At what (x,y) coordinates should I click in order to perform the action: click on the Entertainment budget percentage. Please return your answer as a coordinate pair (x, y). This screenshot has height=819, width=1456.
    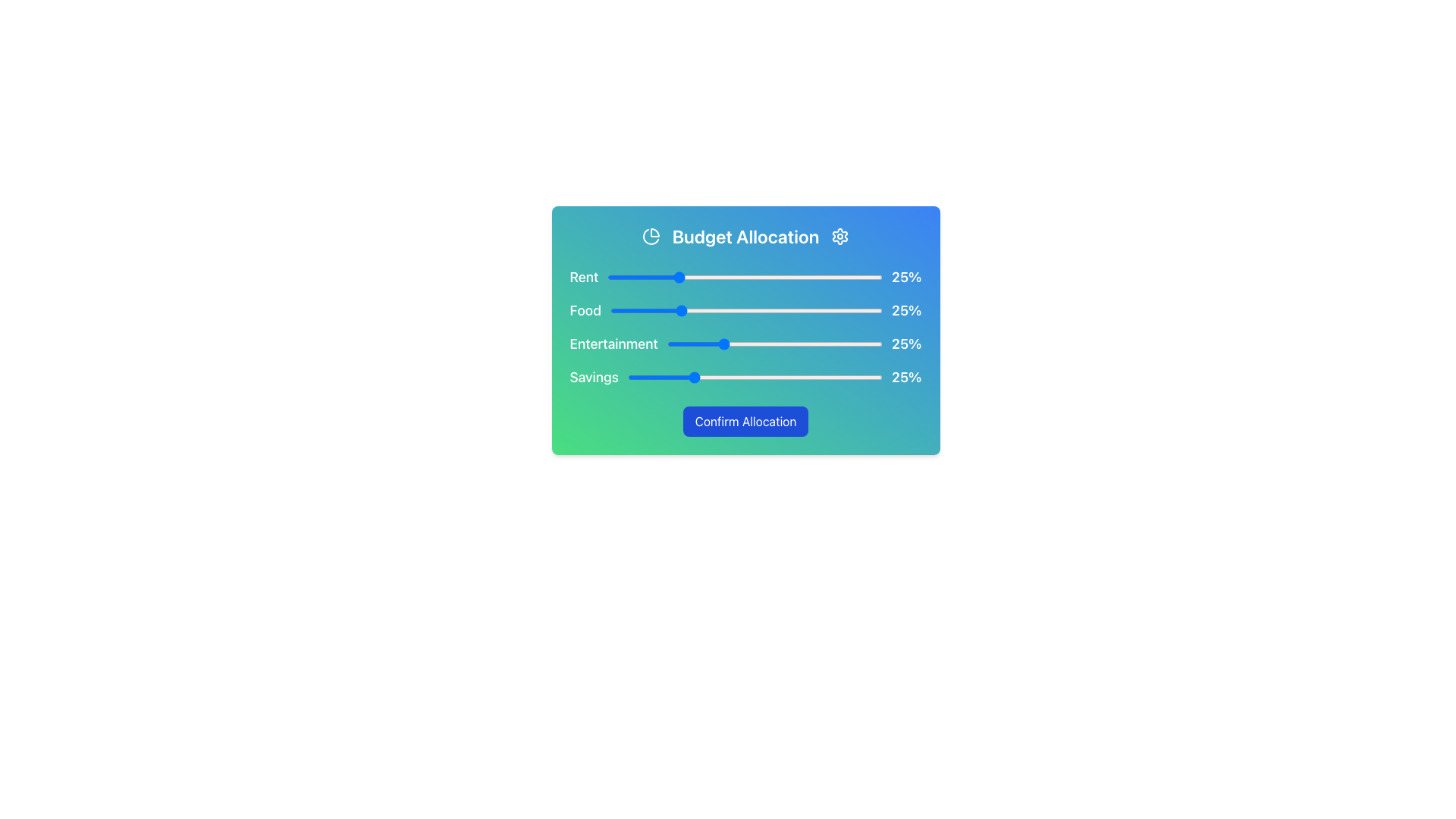
    Looking at the image, I should click on (788, 344).